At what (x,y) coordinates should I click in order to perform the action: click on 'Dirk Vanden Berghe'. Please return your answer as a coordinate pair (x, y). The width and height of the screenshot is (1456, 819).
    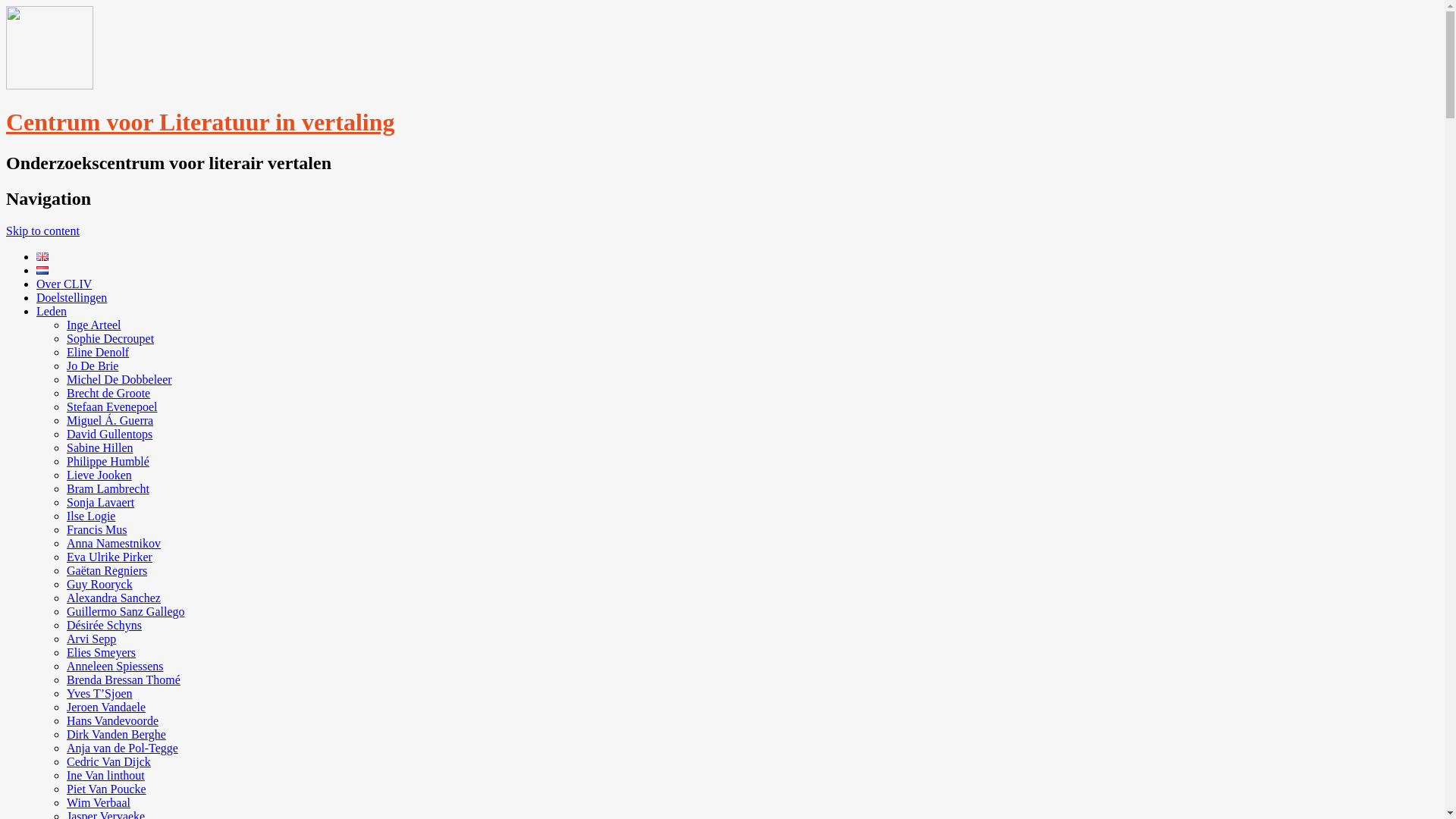
    Looking at the image, I should click on (65, 733).